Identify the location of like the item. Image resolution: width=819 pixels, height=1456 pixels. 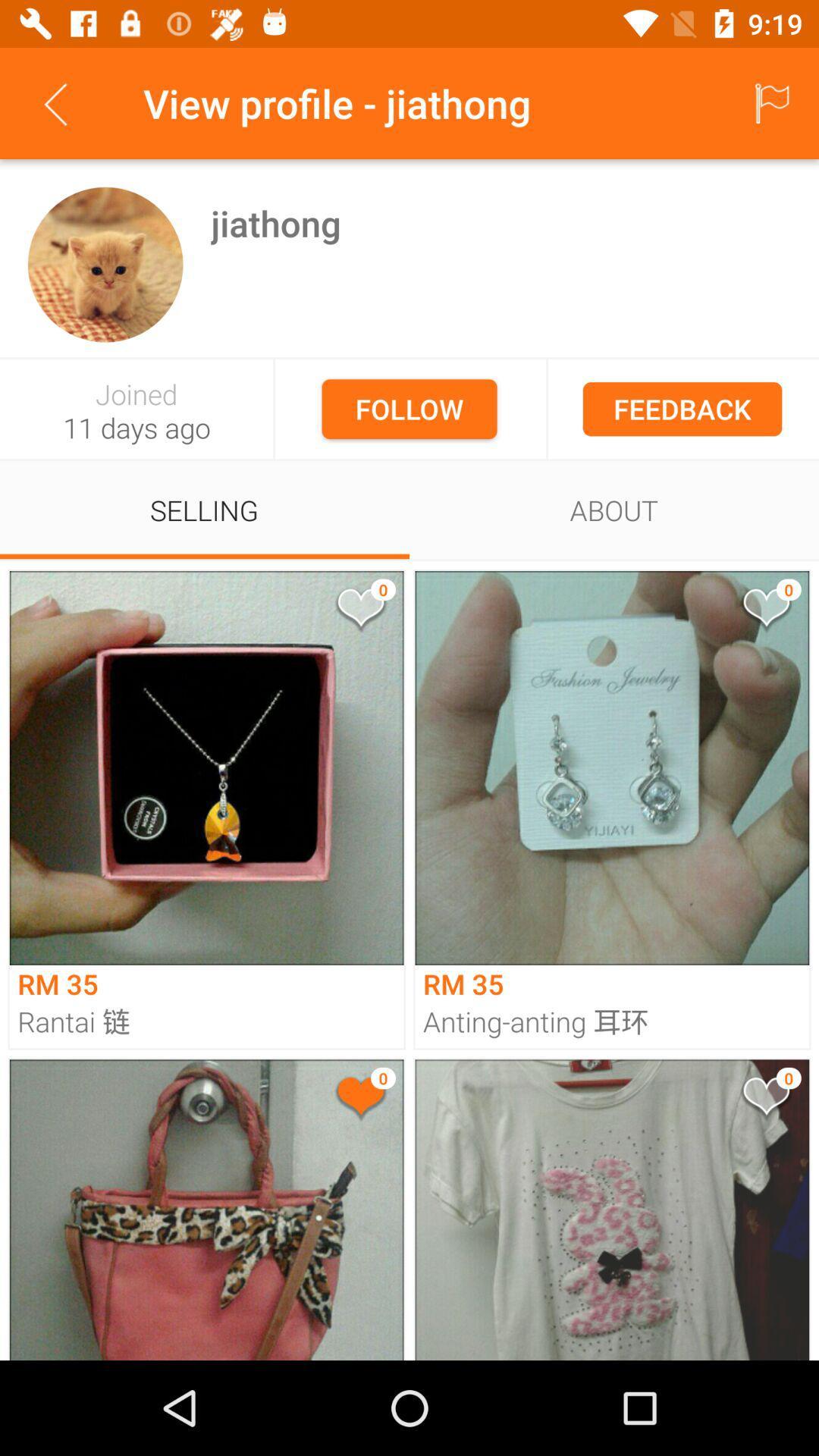
(765, 1099).